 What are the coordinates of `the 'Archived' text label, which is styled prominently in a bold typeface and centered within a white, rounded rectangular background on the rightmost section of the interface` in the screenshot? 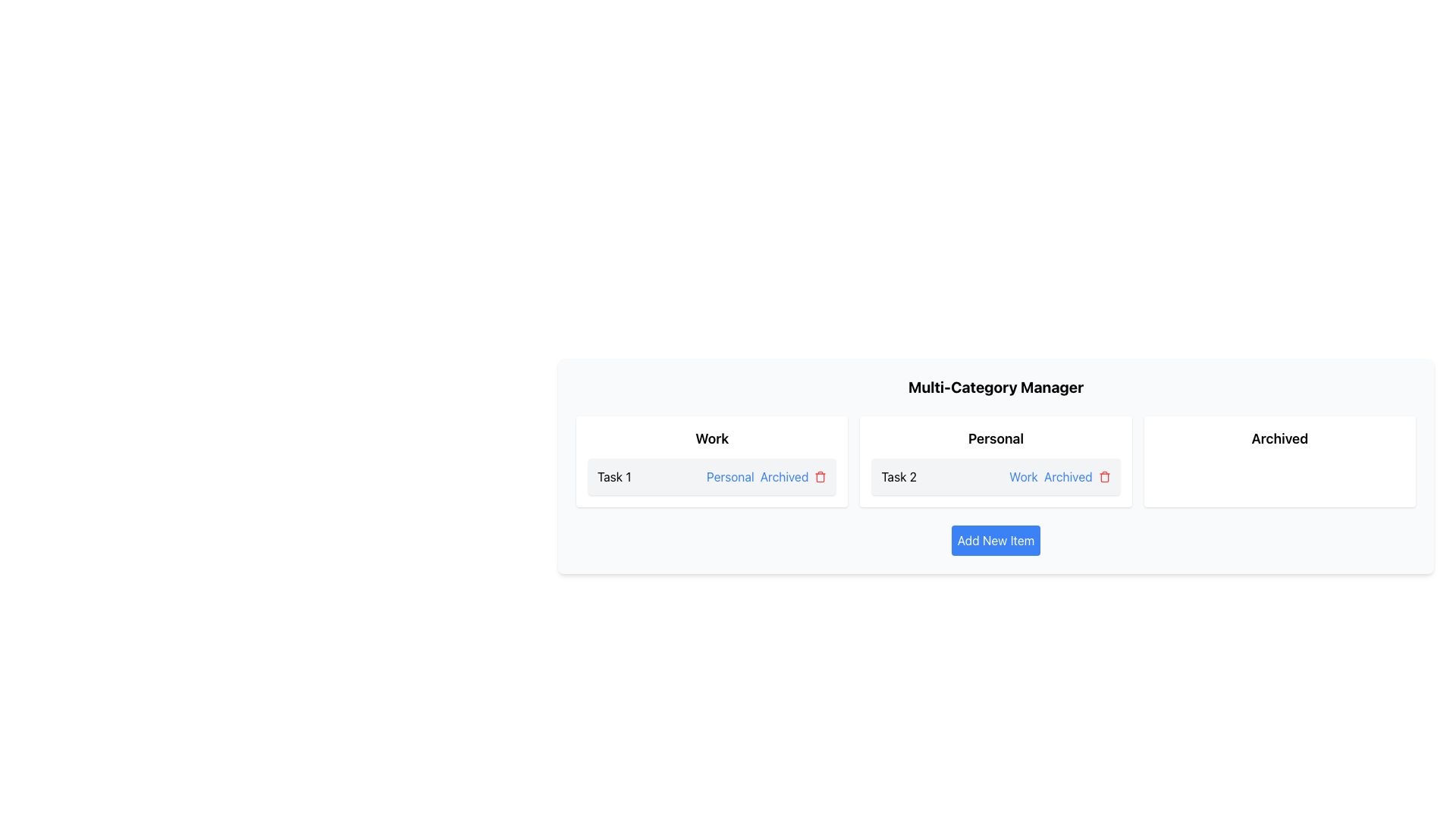 It's located at (1279, 438).